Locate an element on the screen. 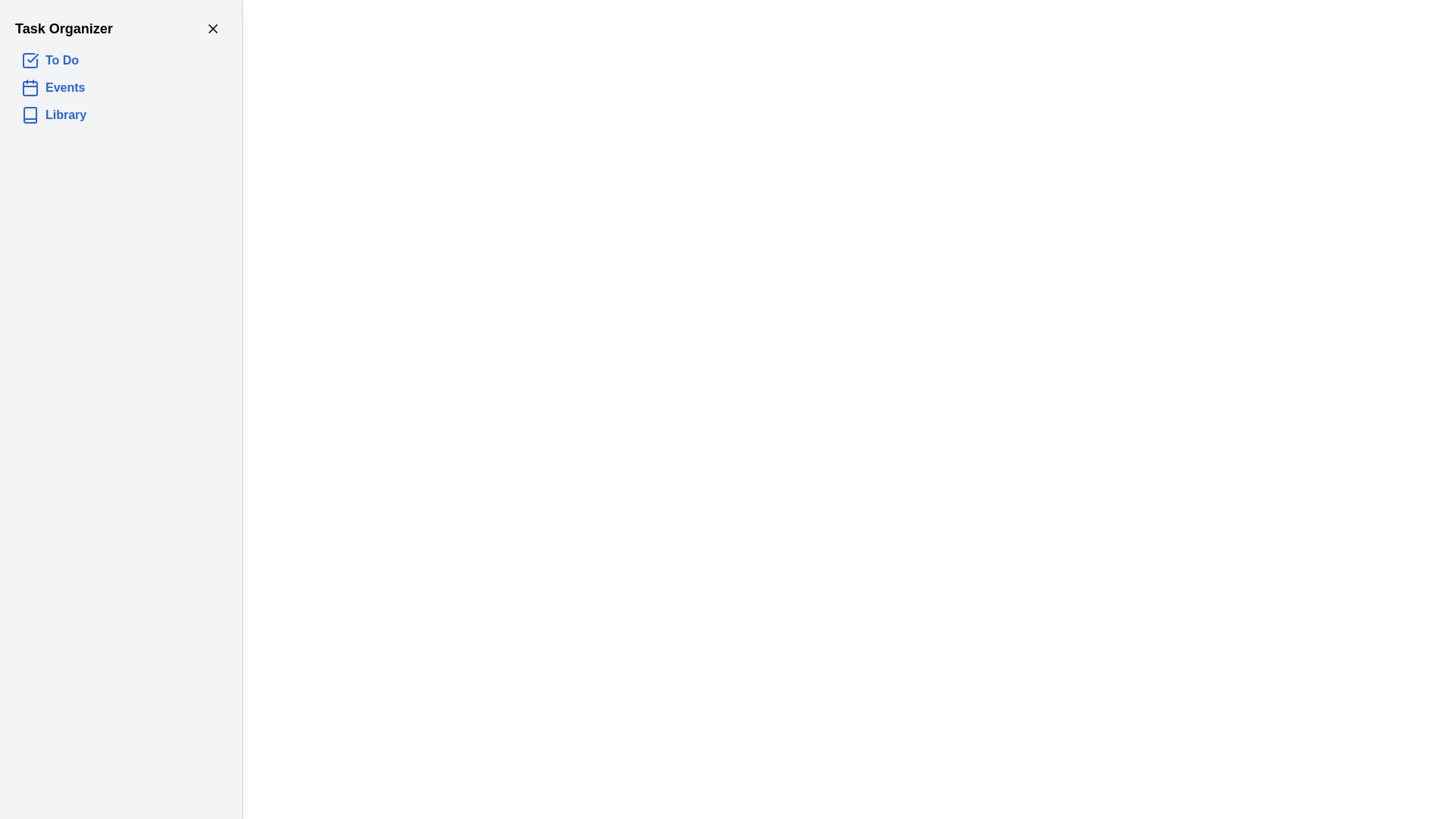 Image resolution: width=1456 pixels, height=819 pixels. the close button to close the drawer is located at coordinates (212, 29).